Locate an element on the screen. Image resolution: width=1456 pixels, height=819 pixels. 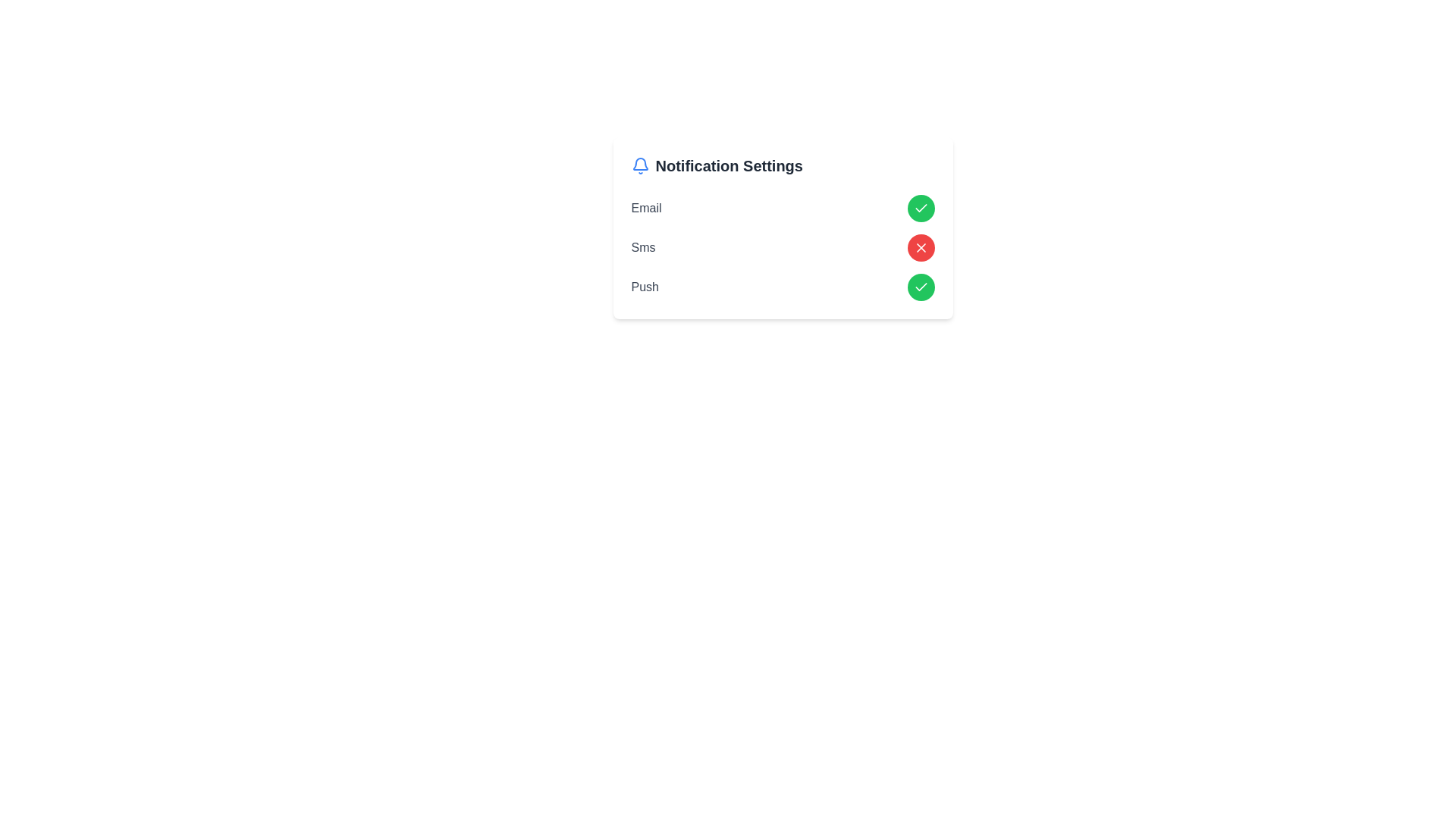
the white 'X' icon within the red circular button in the notification settings interface is located at coordinates (920, 247).